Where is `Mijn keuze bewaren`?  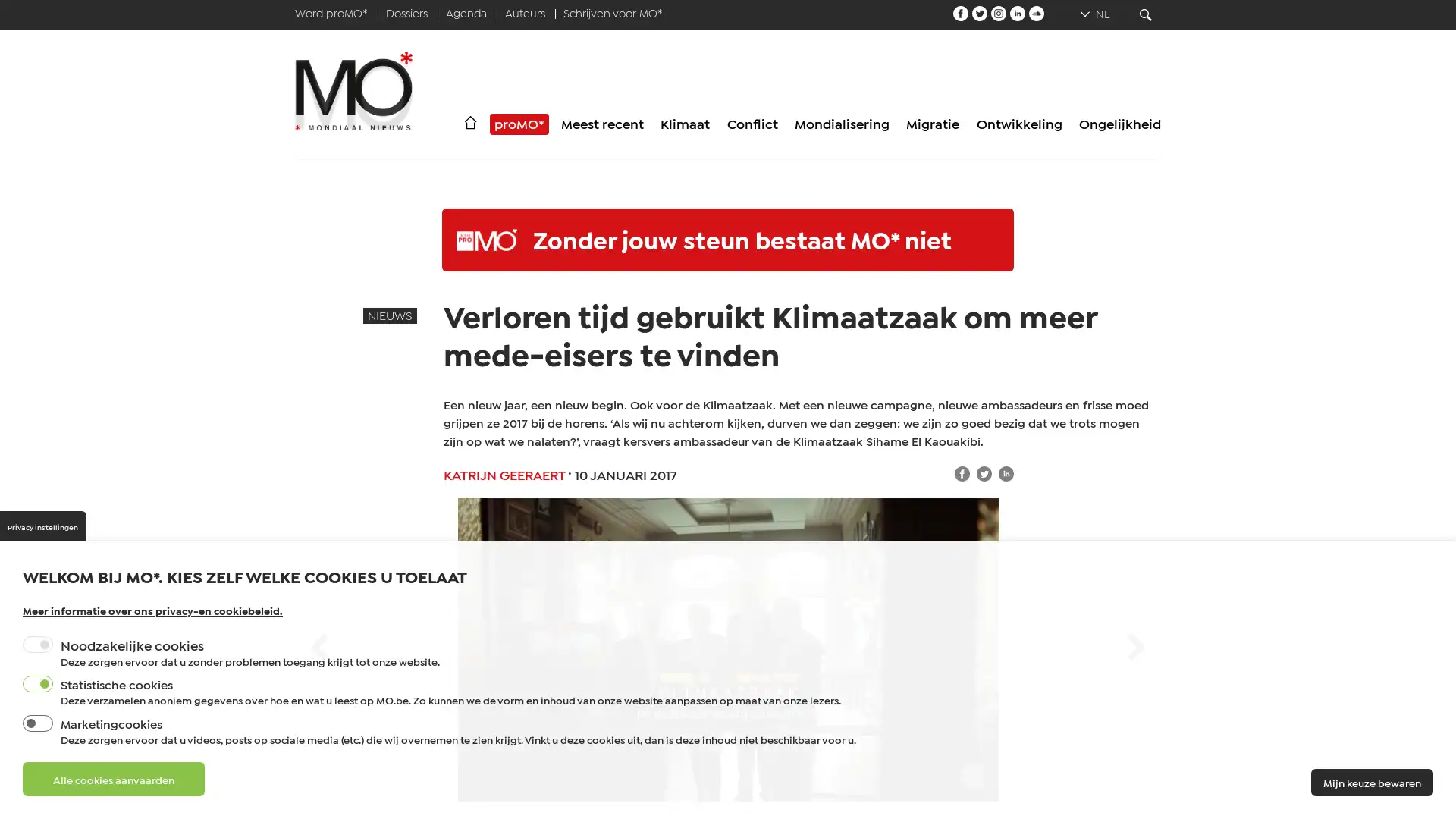 Mijn keuze bewaren is located at coordinates (1372, 783).